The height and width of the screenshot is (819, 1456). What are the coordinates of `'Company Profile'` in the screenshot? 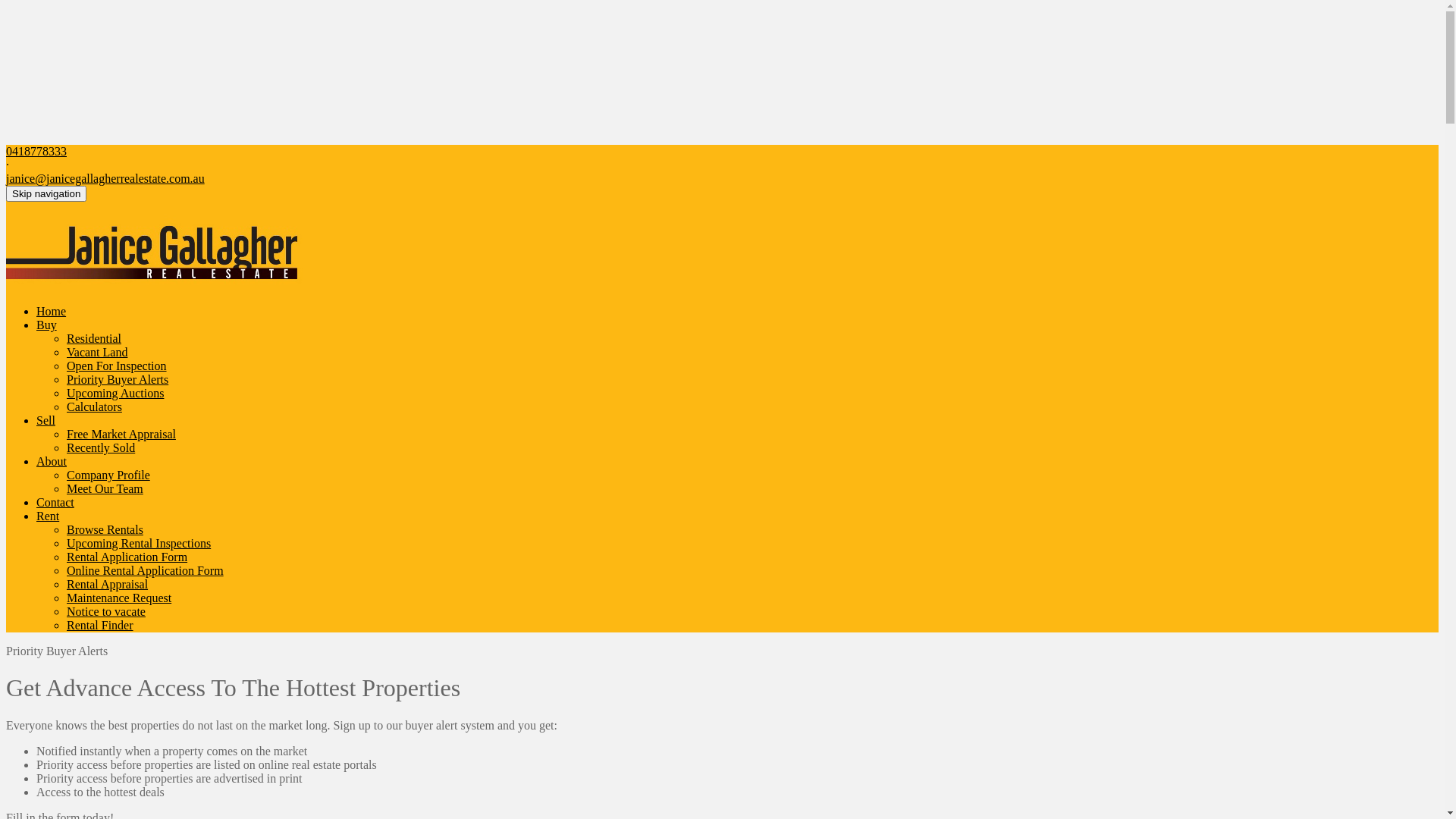 It's located at (108, 474).